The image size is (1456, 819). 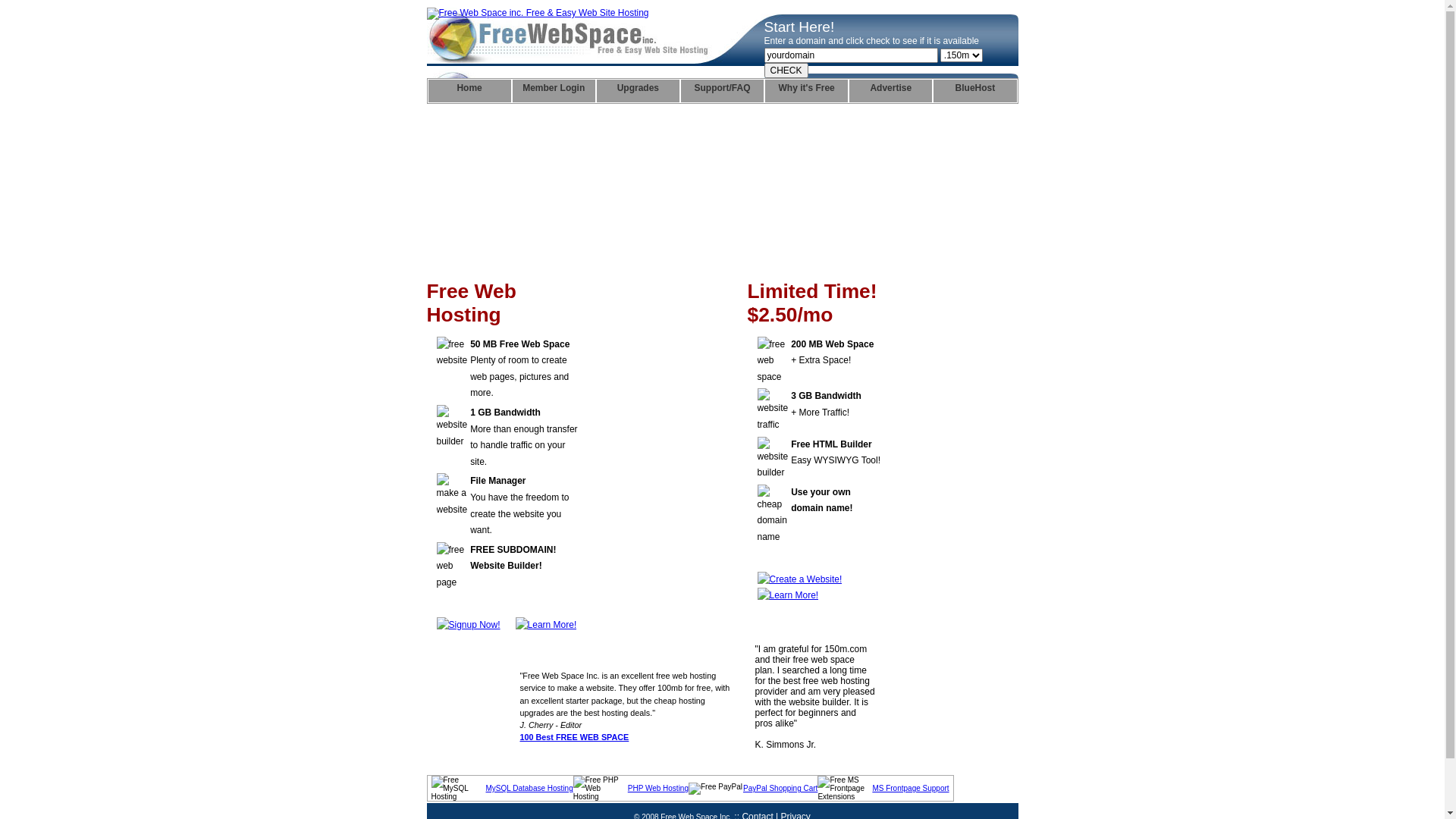 What do you see at coordinates (786, 70) in the screenshot?
I see `'CHECK'` at bounding box center [786, 70].